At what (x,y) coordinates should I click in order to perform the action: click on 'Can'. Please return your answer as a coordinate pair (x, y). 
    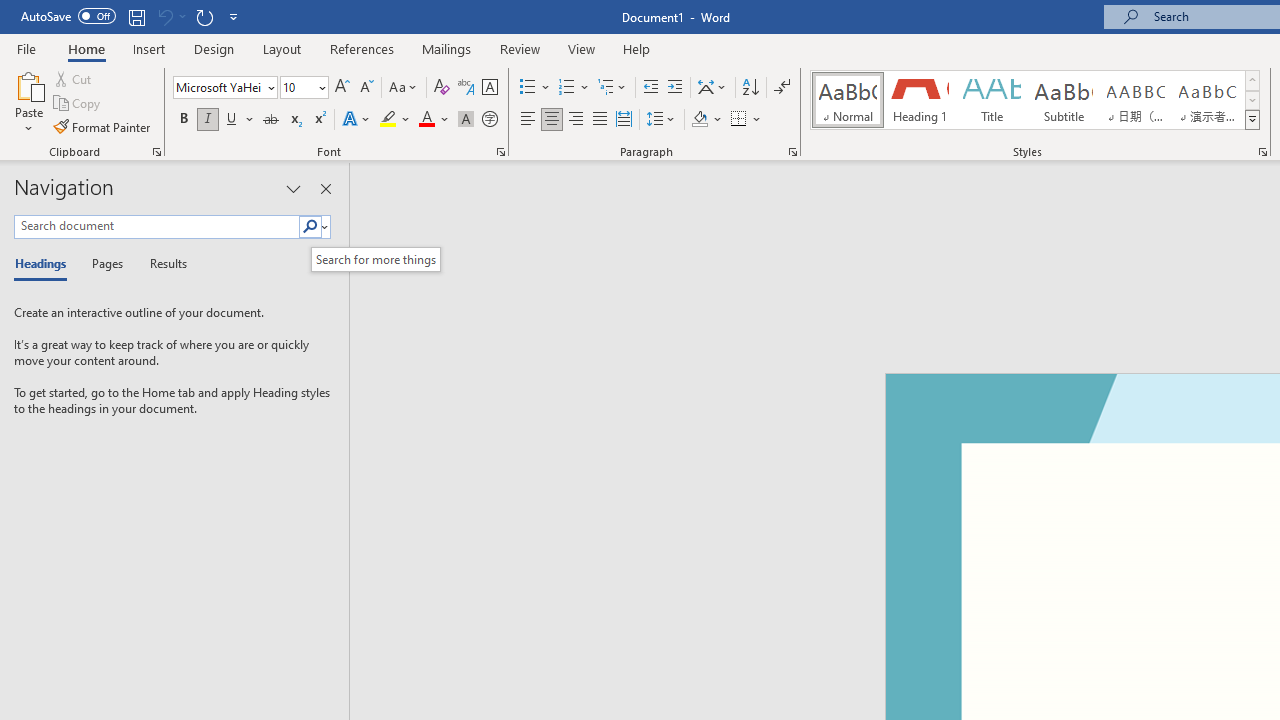
    Looking at the image, I should click on (170, 16).